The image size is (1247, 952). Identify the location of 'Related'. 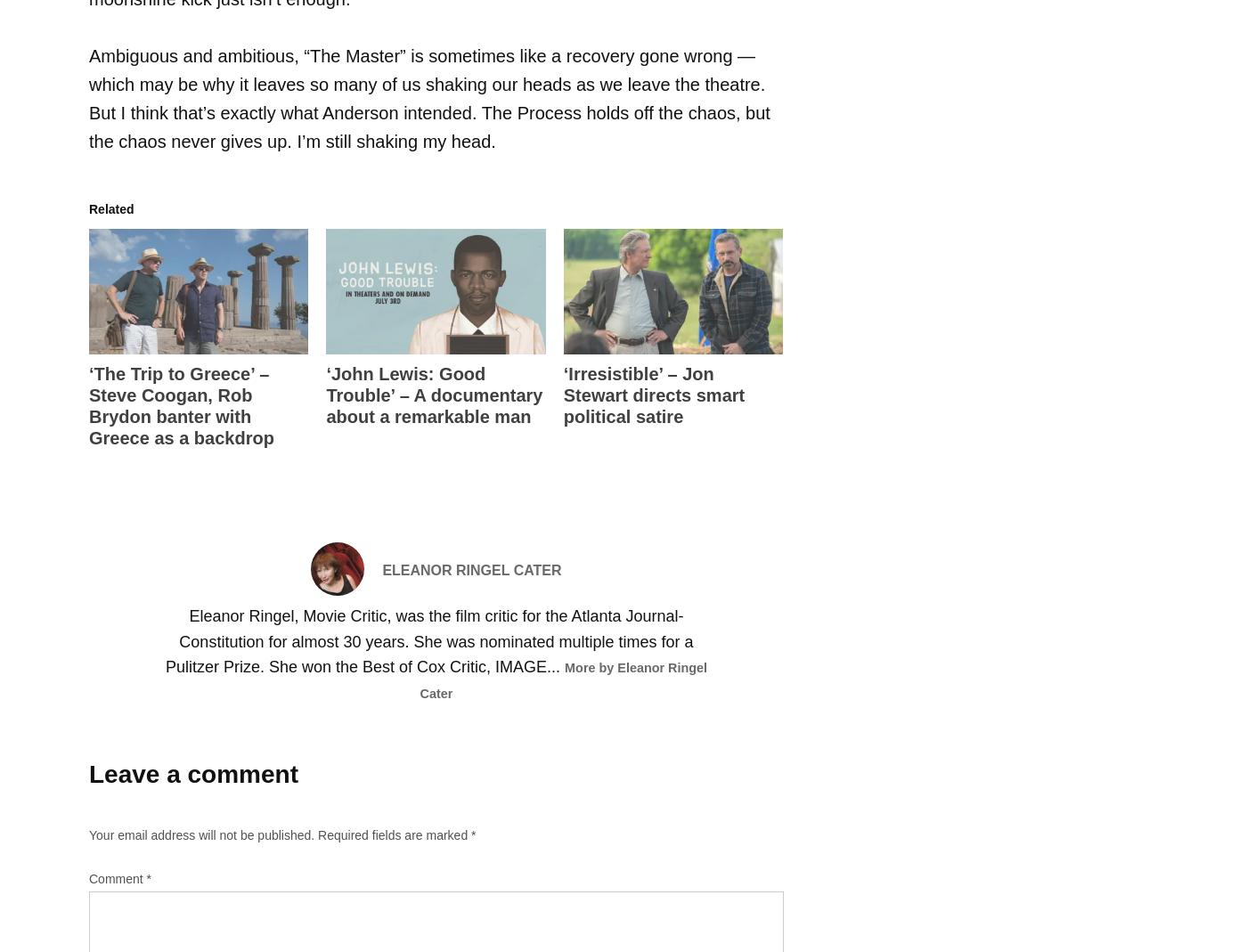
(111, 207).